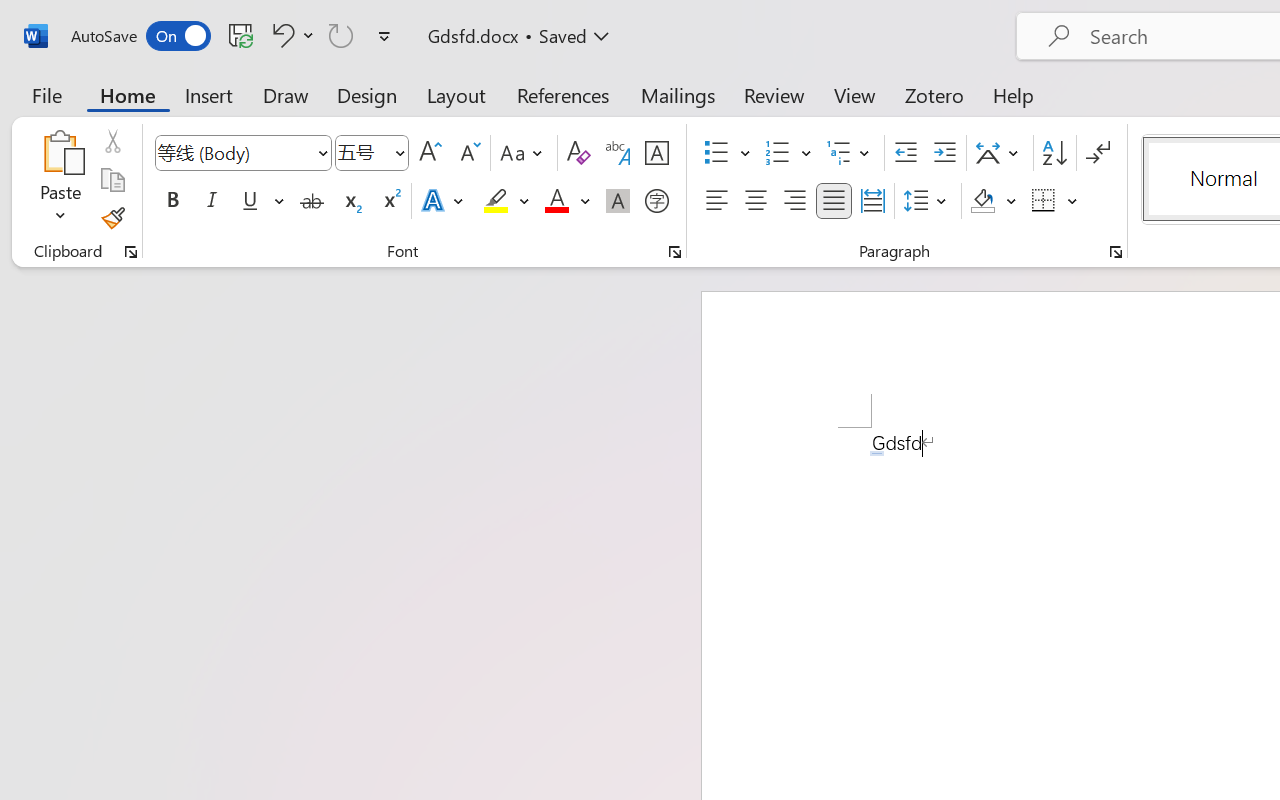  Describe the element at coordinates (834, 201) in the screenshot. I see `'Justify'` at that location.